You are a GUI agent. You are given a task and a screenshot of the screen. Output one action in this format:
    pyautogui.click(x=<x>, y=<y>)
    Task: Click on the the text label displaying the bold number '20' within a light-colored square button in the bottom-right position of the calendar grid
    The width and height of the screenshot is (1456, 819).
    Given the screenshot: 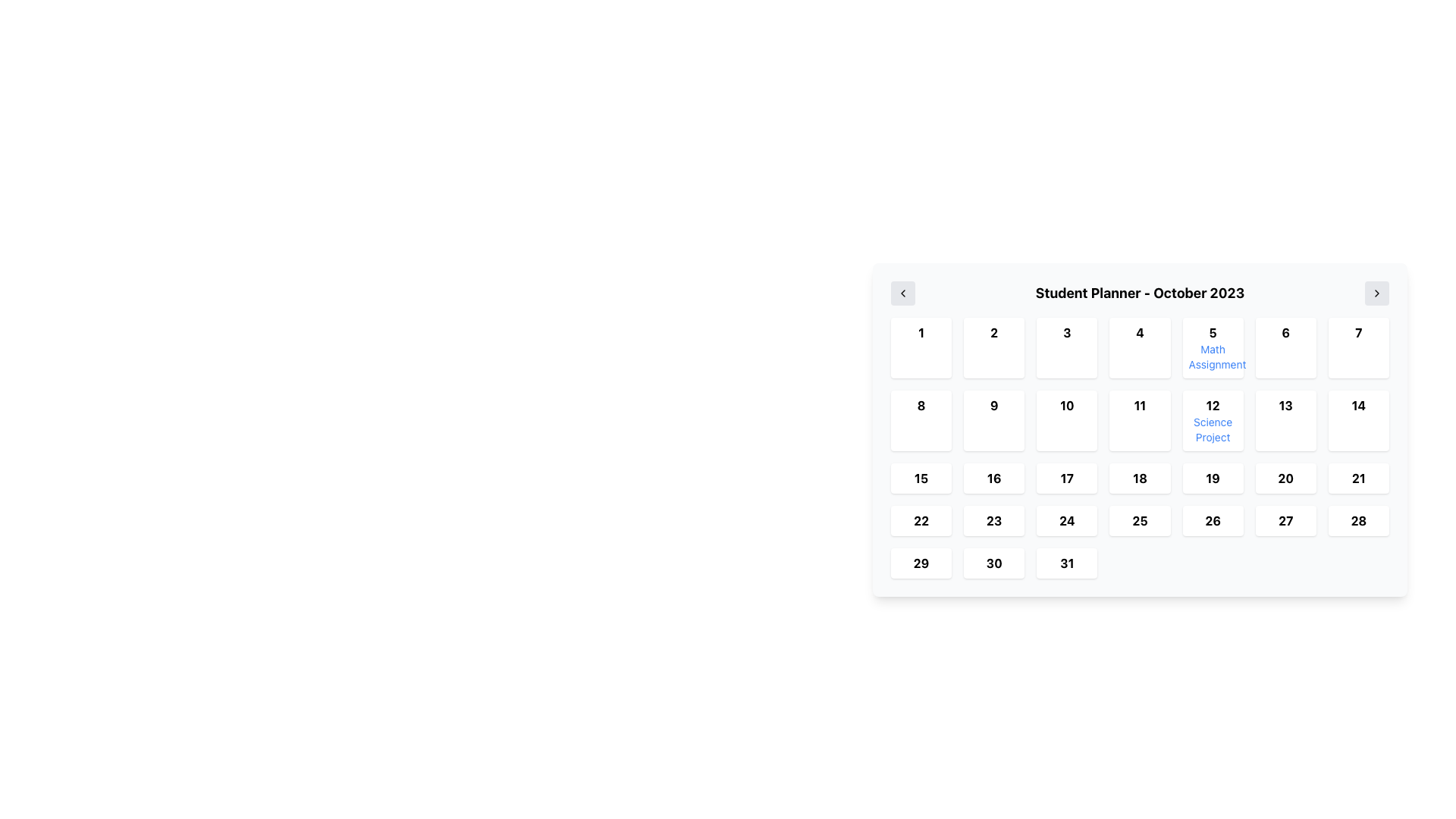 What is the action you would take?
    pyautogui.click(x=1285, y=479)
    